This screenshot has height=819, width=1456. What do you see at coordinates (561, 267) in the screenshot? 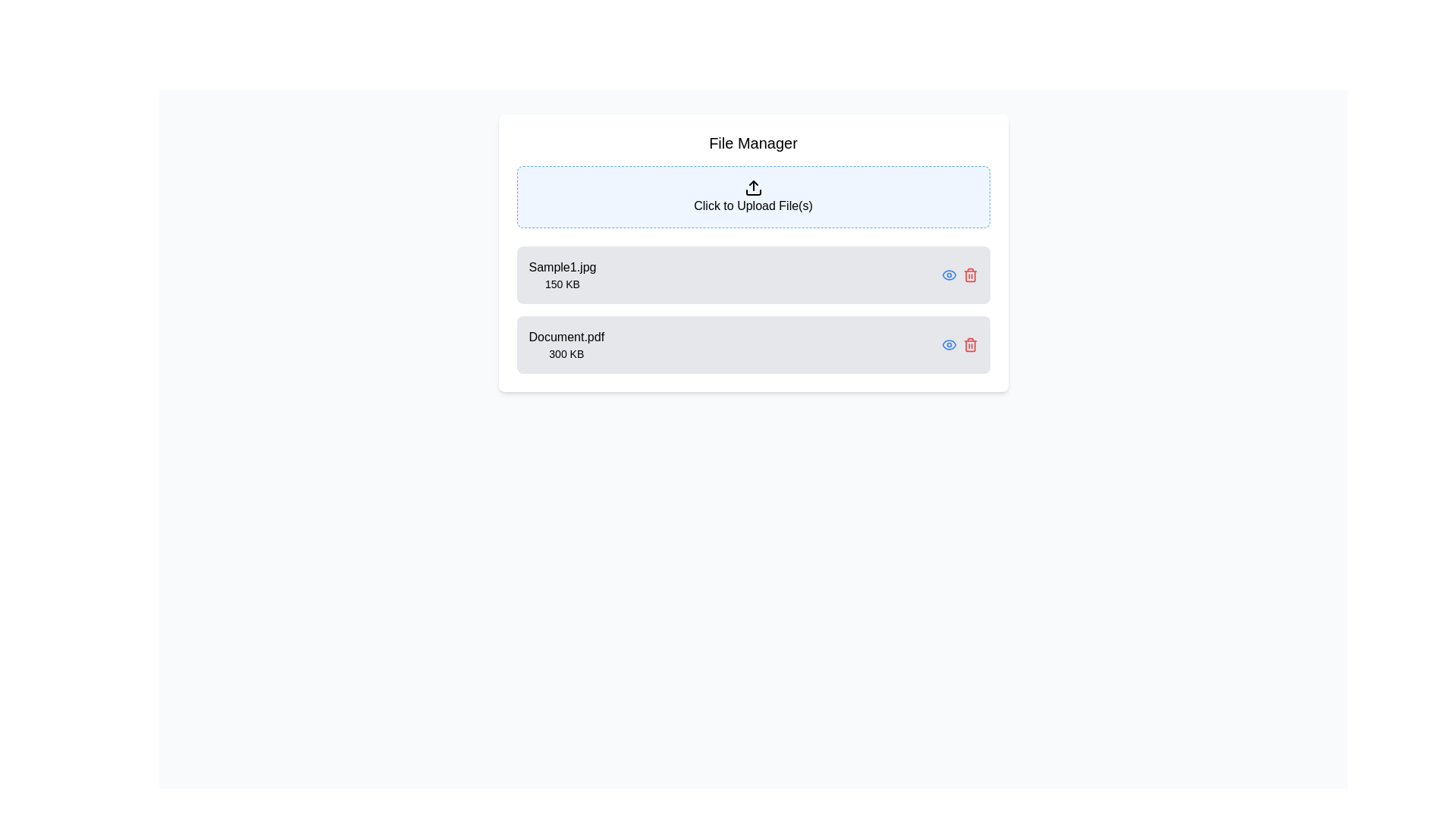
I see `text of the label displaying 'Sample1.jpg', which is positioned in the upper-left corner of a file detail card` at bounding box center [561, 267].